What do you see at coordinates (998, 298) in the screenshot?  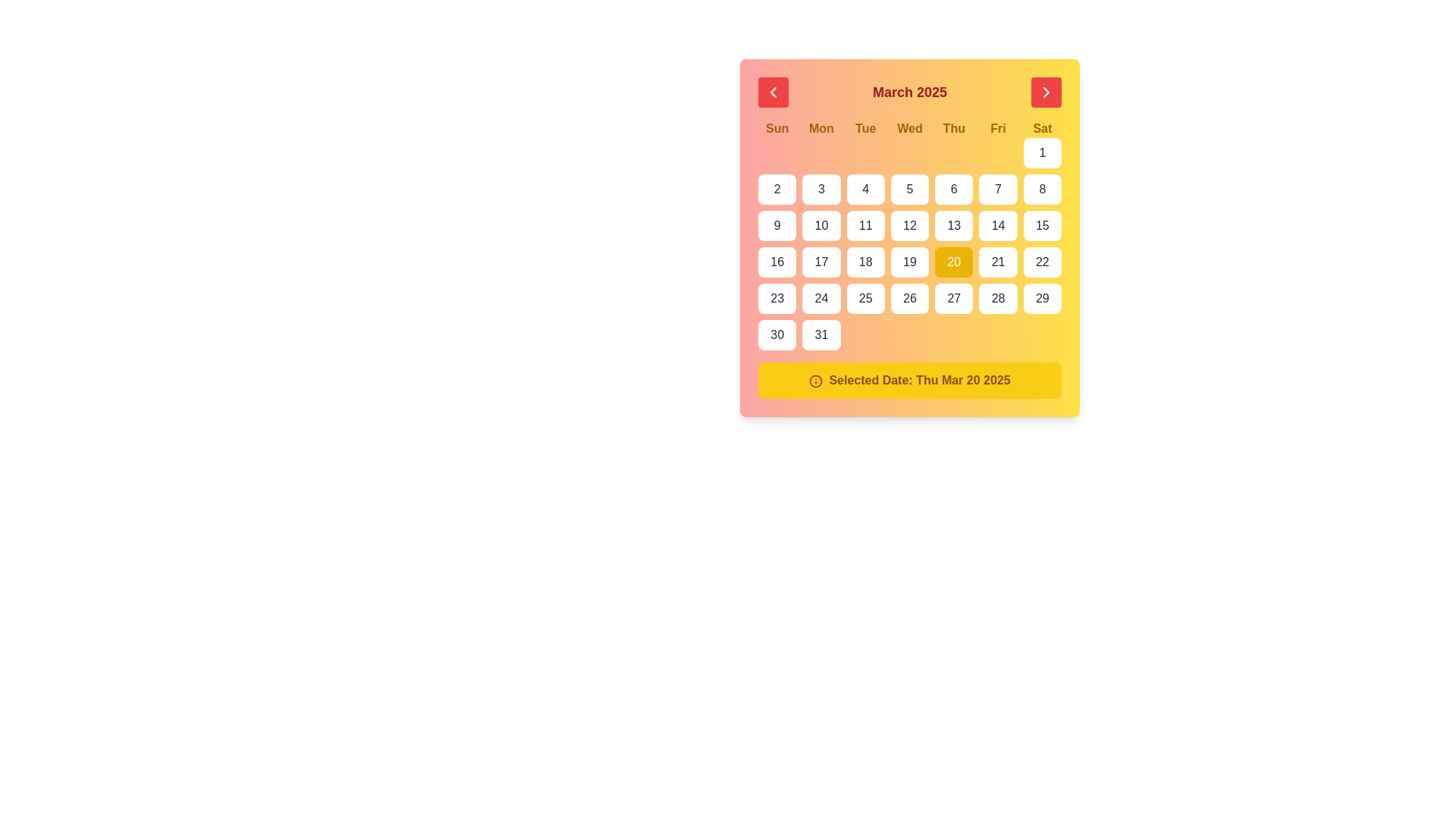 I see `the square button with rounded corners displaying the number '28'` at bounding box center [998, 298].